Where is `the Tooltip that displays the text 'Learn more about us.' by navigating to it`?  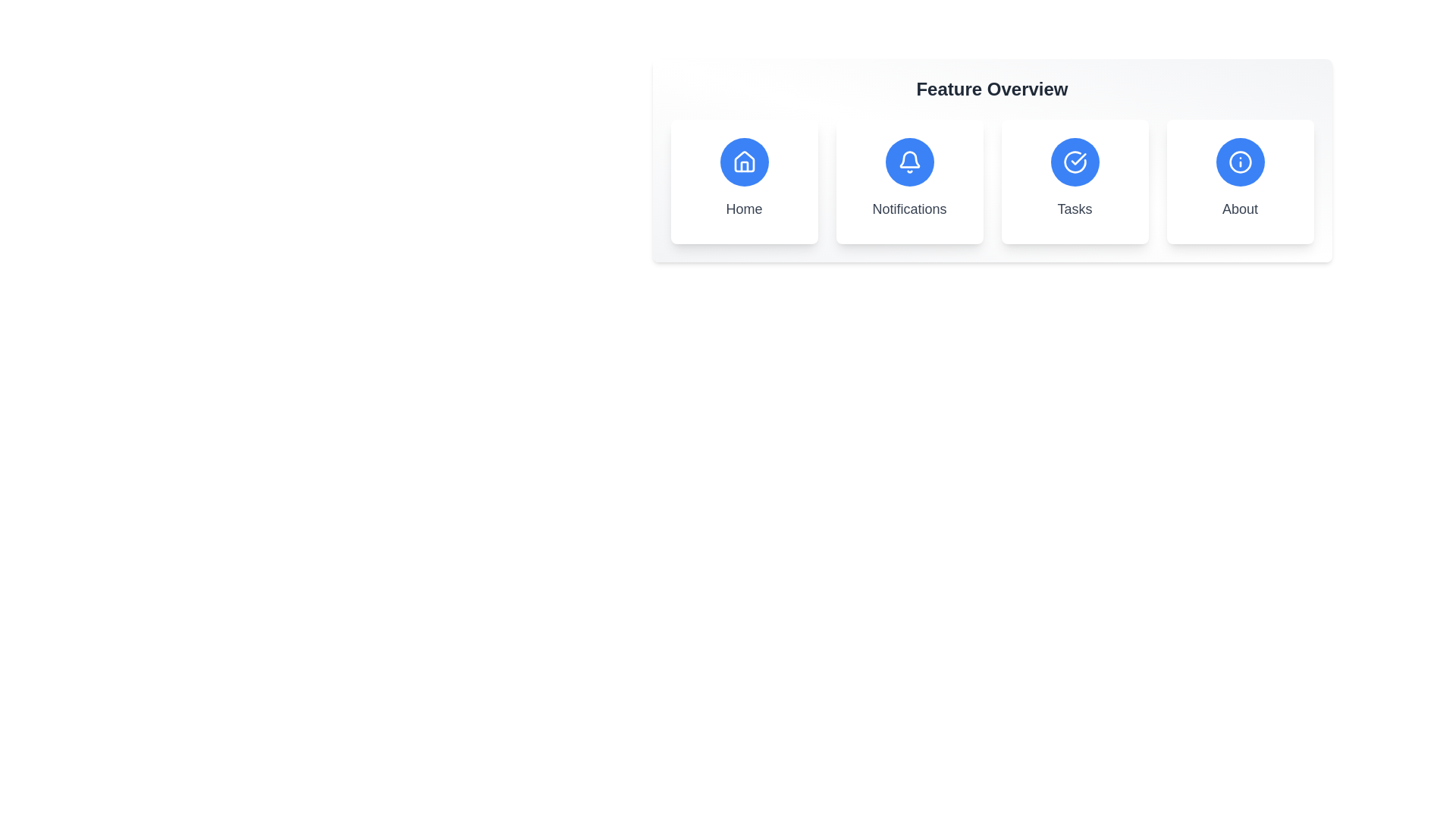 the Tooltip that displays the text 'Learn more about us.' by navigating to it is located at coordinates (1240, 99).